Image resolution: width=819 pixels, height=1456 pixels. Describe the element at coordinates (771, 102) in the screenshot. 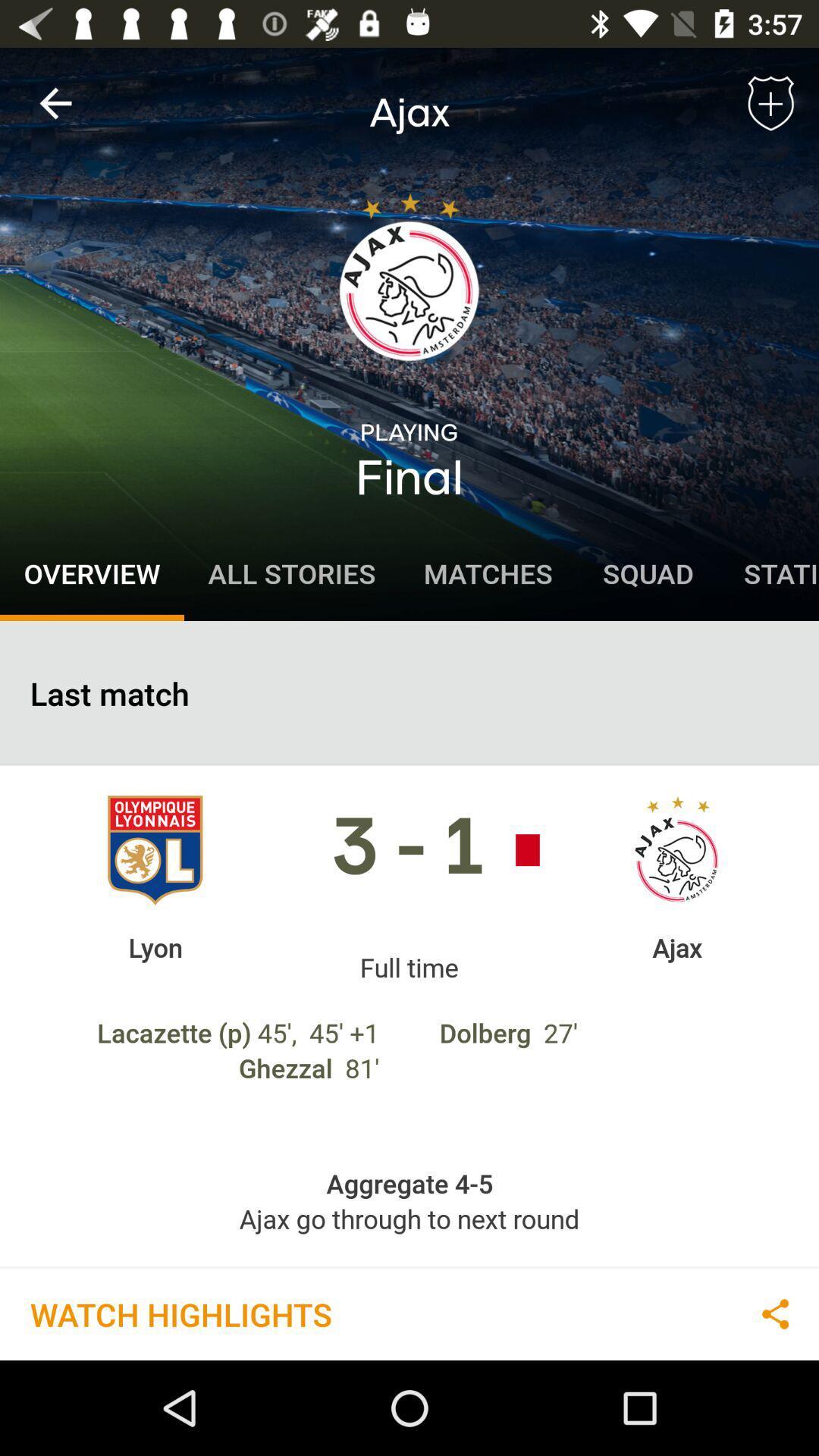

I see `the item at the top right corner` at that location.